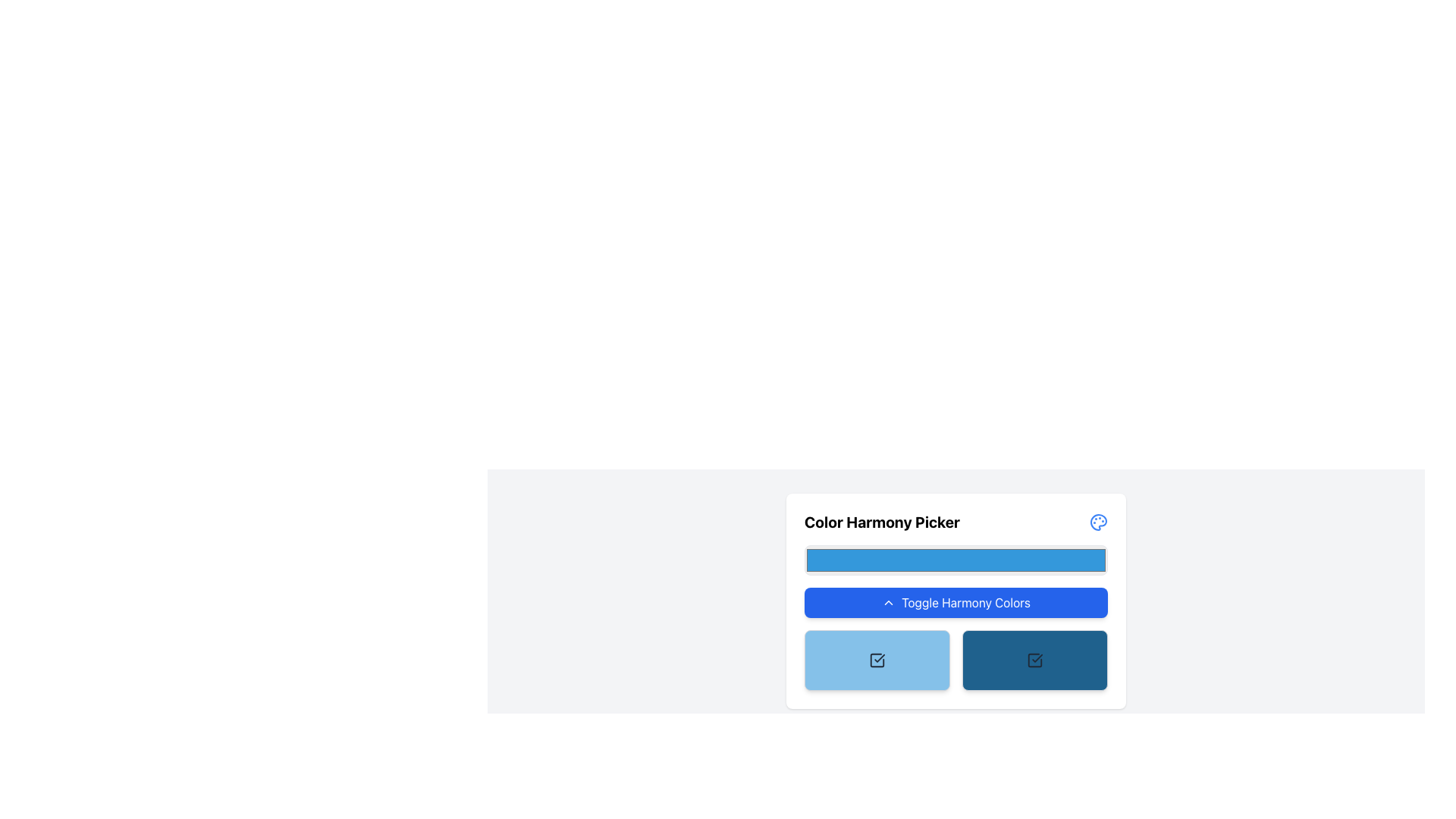 The image size is (1456, 819). Describe the element at coordinates (955, 601) in the screenshot. I see `the 'Toggle Harmony Colors' button within the color harmony options component` at that location.